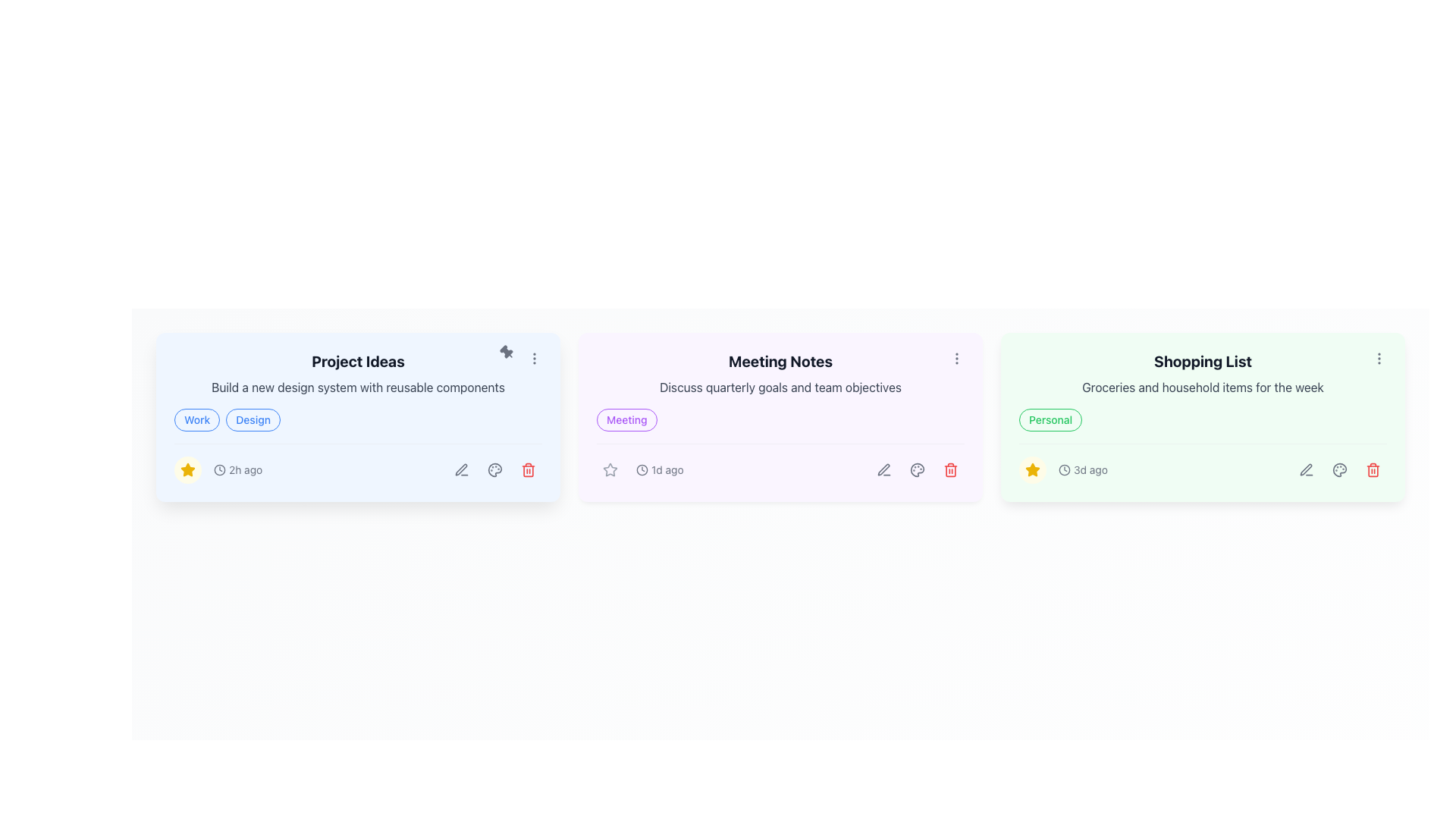 The height and width of the screenshot is (819, 1456). What do you see at coordinates (949, 469) in the screenshot?
I see `the delete button located at the far right of the interaction options beneath the 'Meeting Notes' card` at bounding box center [949, 469].